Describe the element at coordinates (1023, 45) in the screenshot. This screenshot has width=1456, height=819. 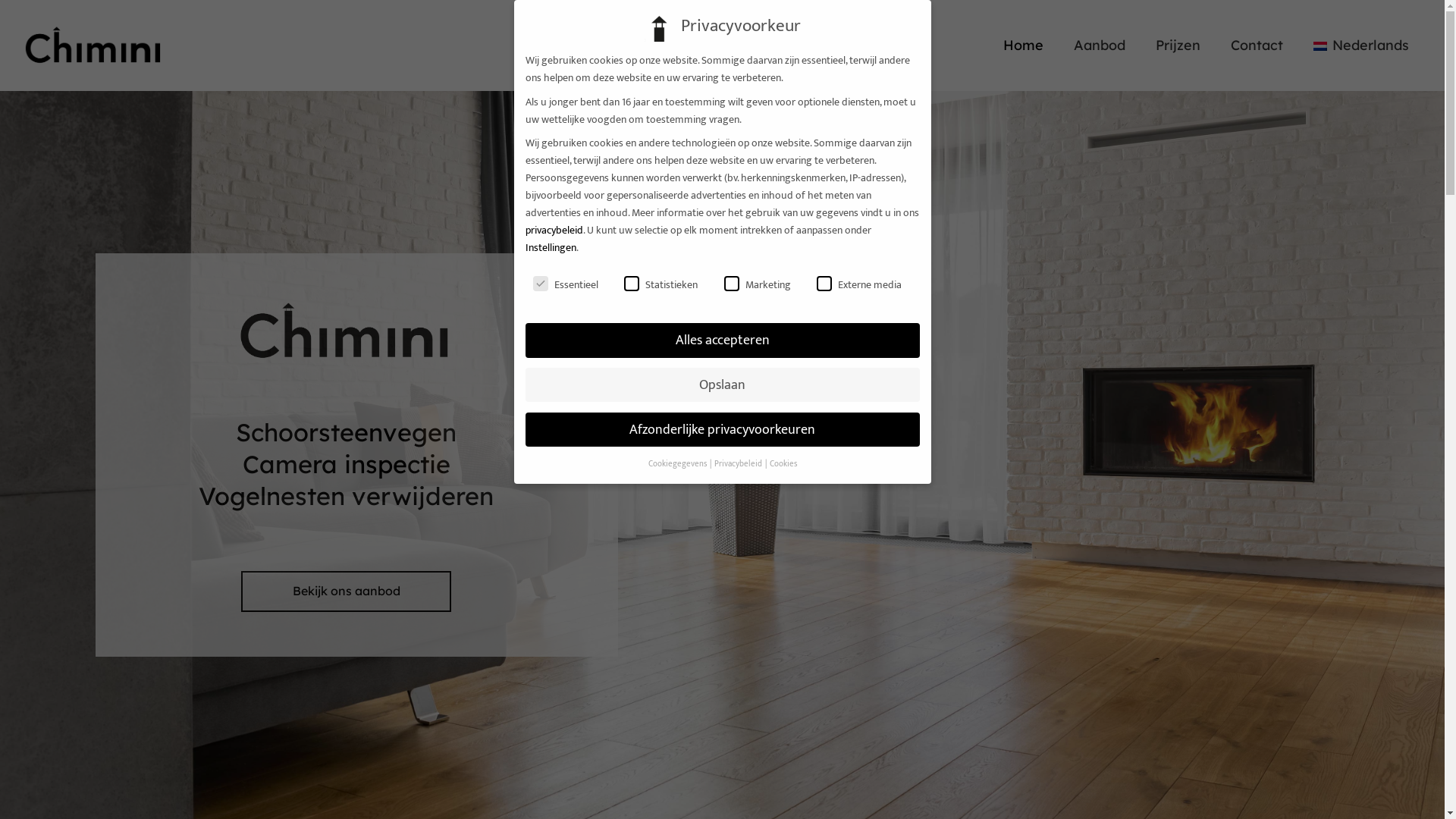
I see `'Home'` at that location.